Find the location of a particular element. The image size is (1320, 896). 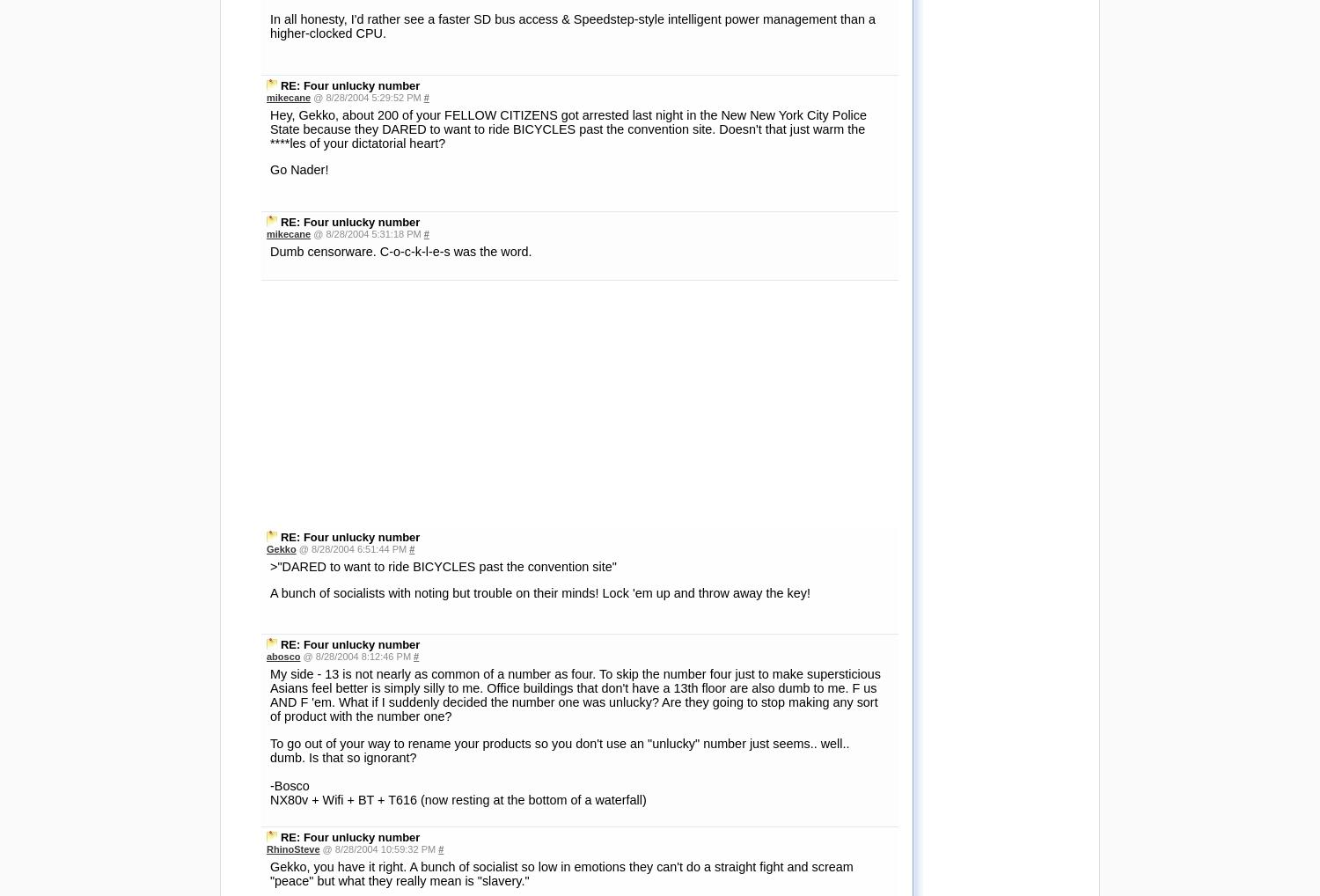

'NX80v + Wifi + BT + T616 (now resting at the bottom of a waterfall)' is located at coordinates (458, 552).